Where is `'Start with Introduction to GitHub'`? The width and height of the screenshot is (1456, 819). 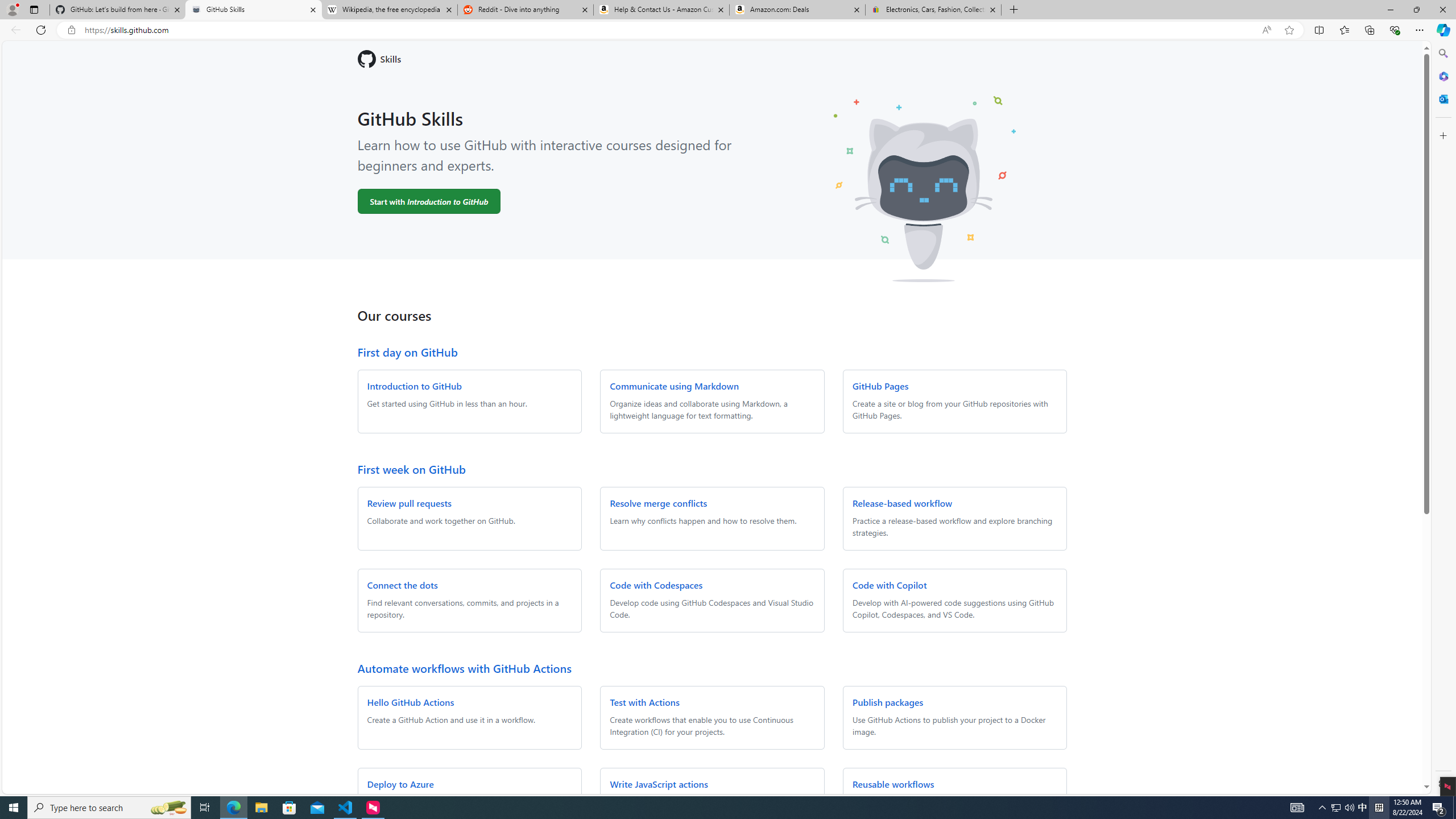
'Start with Introduction to GitHub' is located at coordinates (428, 201).